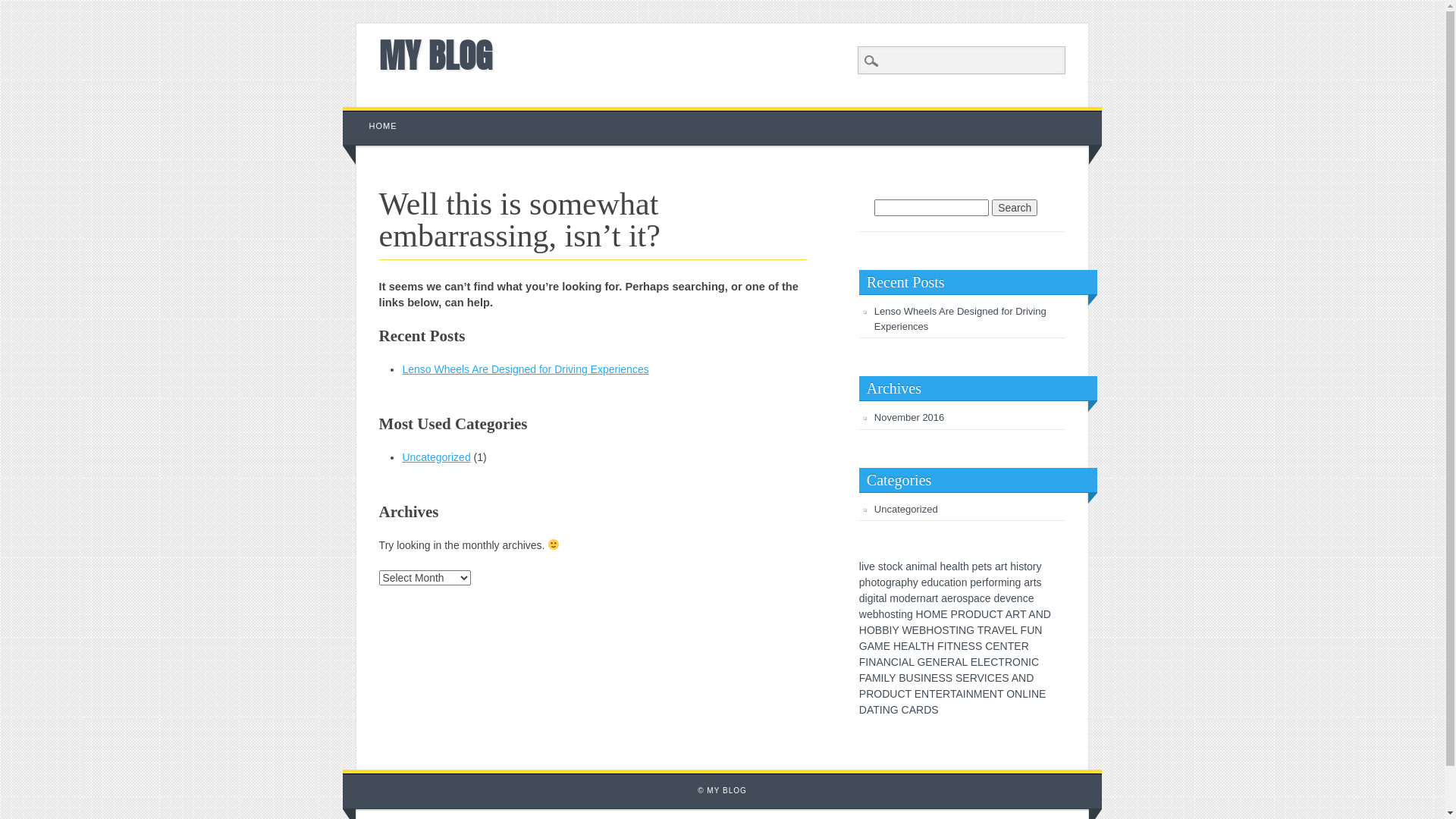 The width and height of the screenshot is (1456, 819). What do you see at coordinates (1005, 677) in the screenshot?
I see `'S'` at bounding box center [1005, 677].